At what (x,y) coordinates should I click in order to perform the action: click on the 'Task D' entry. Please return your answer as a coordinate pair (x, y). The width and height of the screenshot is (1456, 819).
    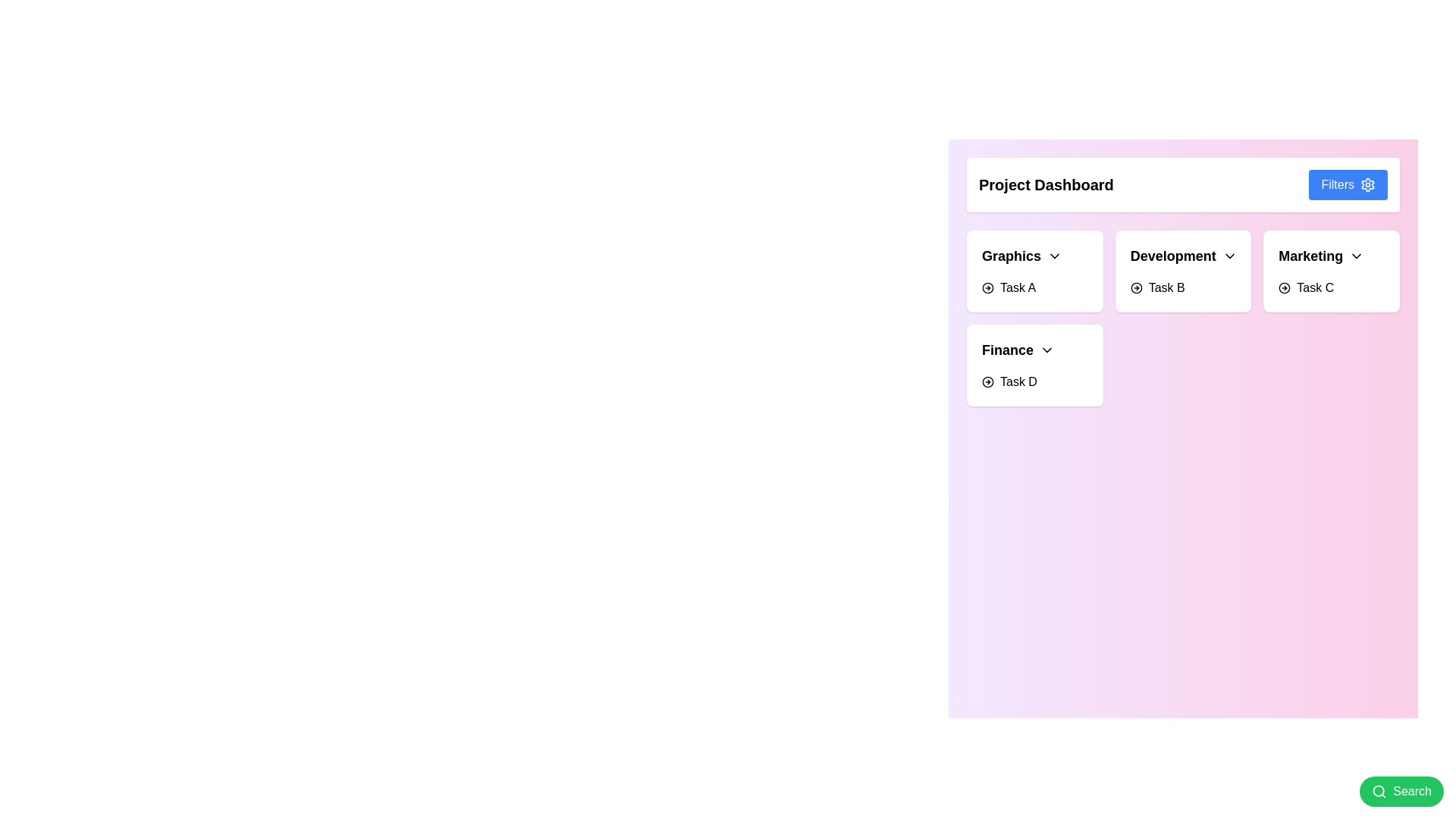
    Looking at the image, I should click on (1009, 381).